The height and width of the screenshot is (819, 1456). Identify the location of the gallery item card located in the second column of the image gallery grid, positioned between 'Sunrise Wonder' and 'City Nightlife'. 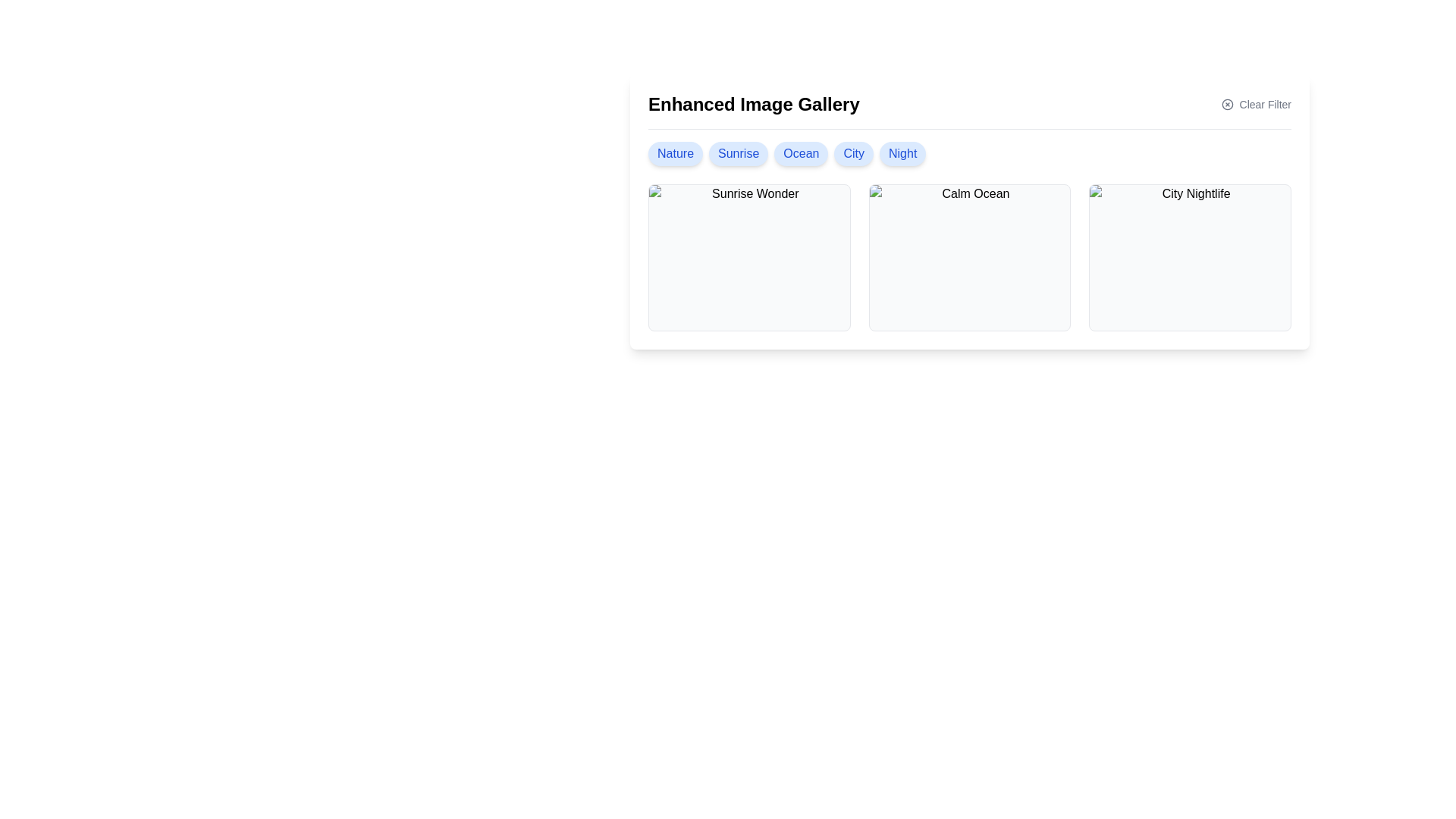
(968, 212).